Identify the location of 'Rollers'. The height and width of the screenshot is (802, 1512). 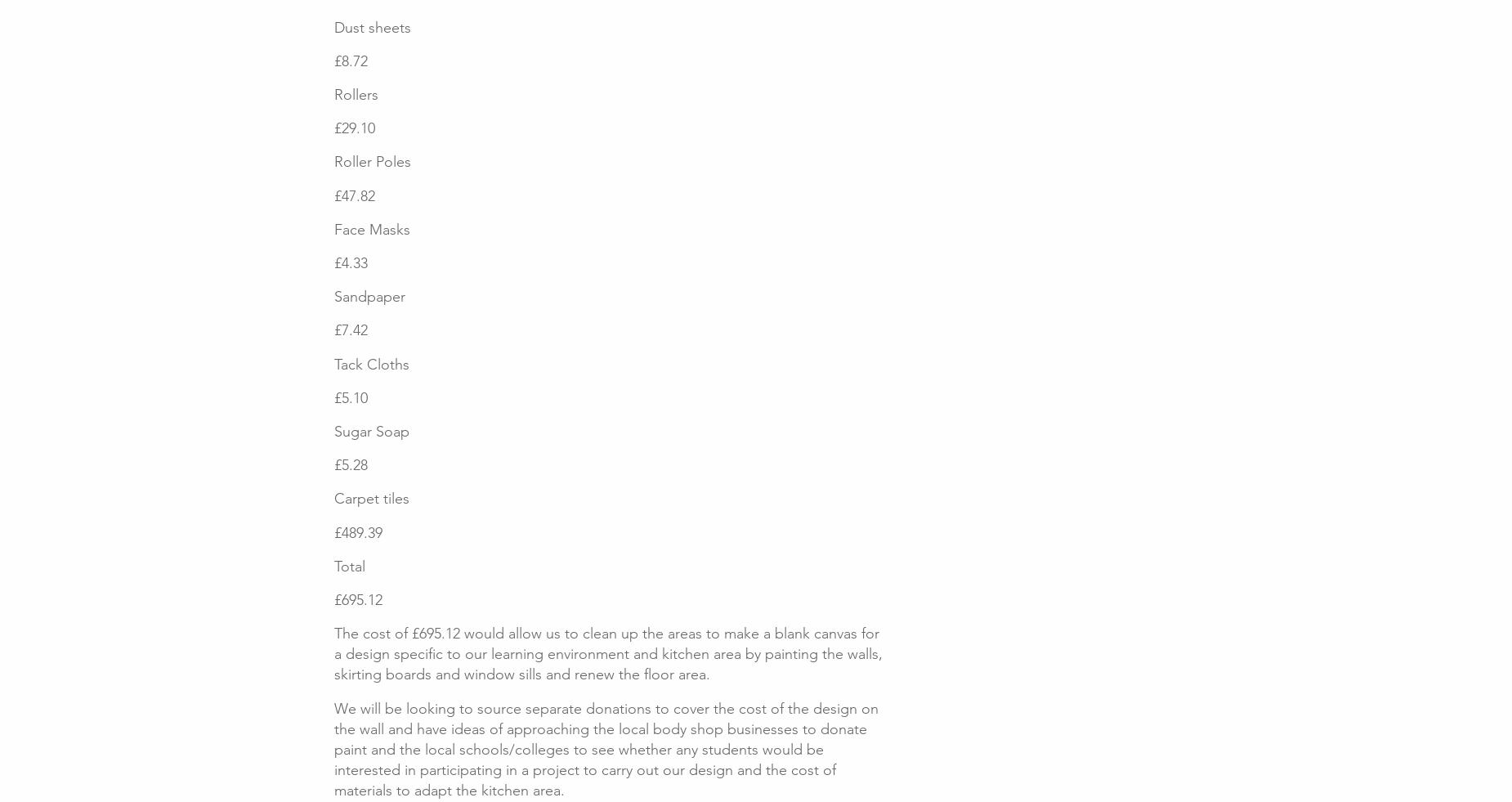
(356, 93).